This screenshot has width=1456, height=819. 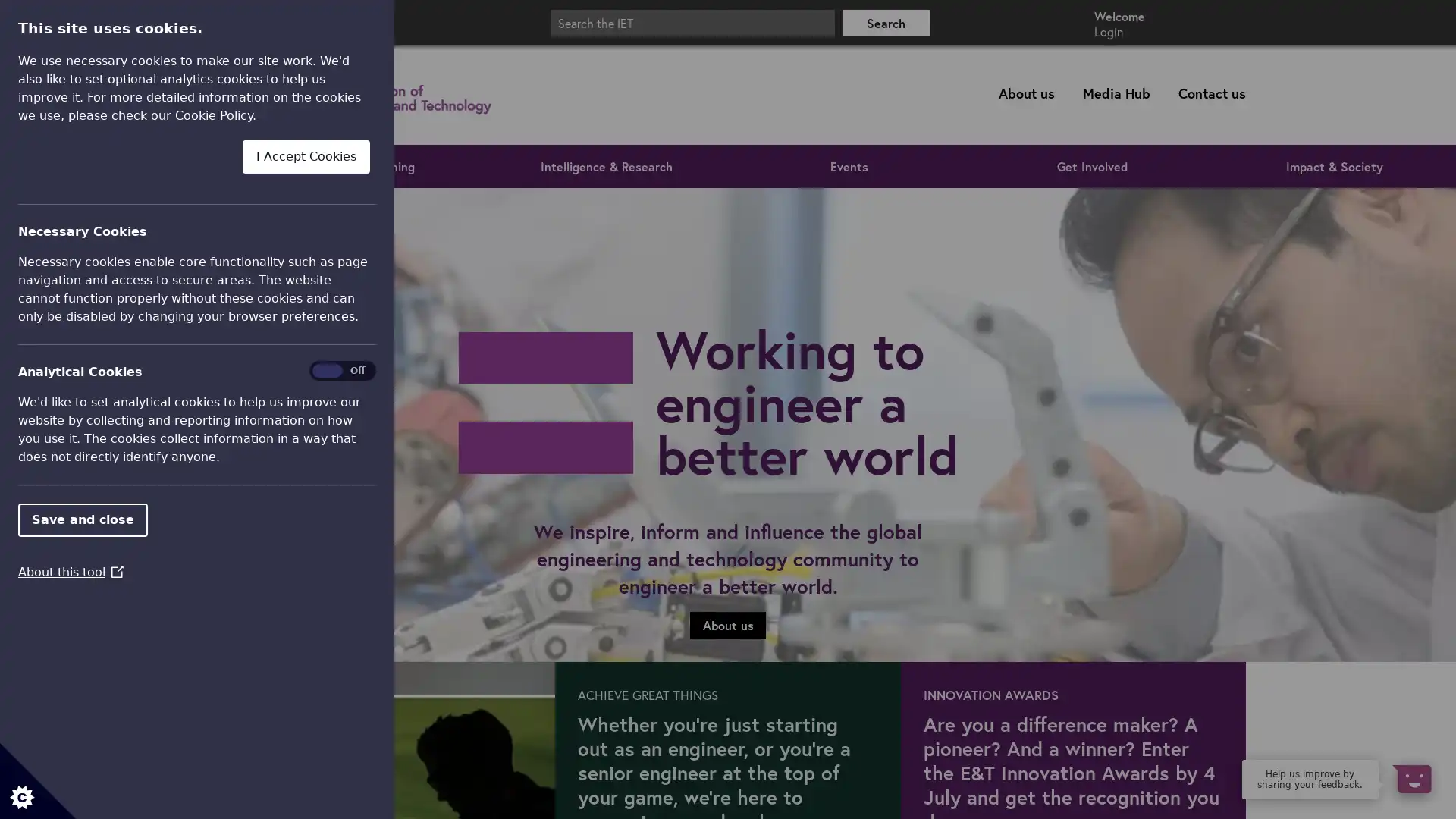 I want to click on Search, so click(x=886, y=22).